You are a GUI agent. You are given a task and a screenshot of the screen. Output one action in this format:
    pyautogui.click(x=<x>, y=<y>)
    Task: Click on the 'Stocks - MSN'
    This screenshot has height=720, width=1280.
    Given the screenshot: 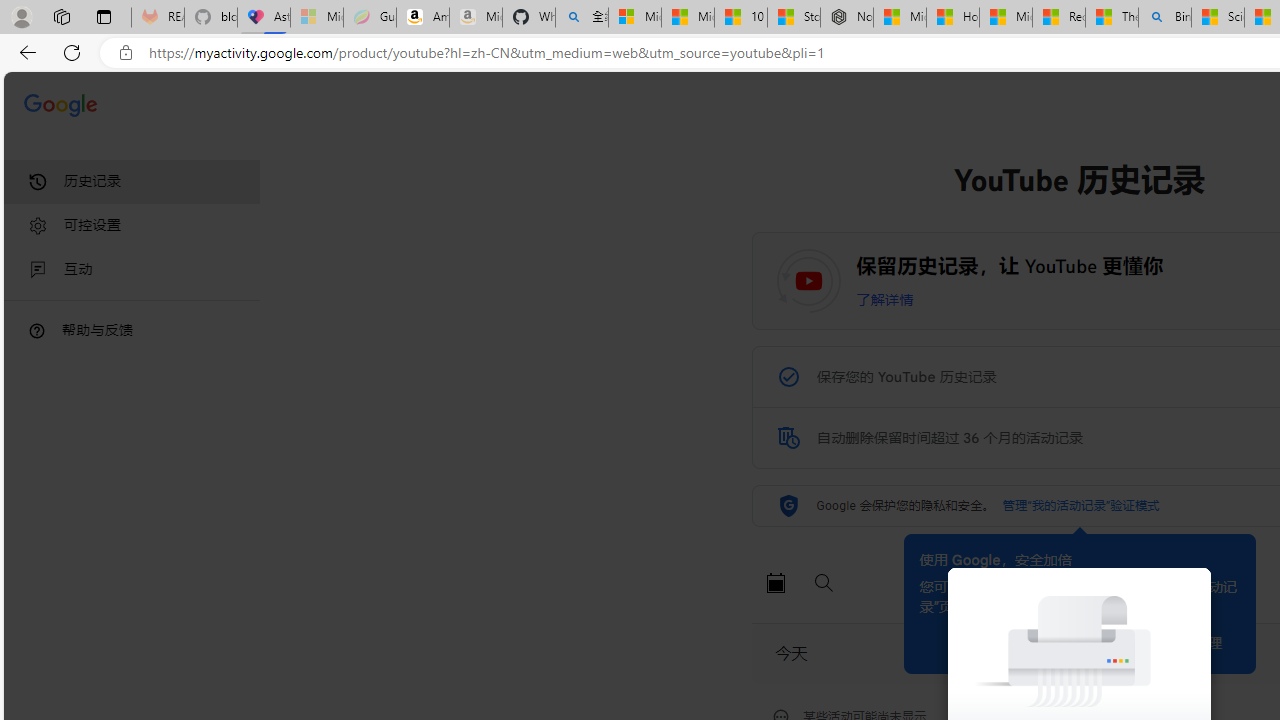 What is the action you would take?
    pyautogui.click(x=793, y=17)
    